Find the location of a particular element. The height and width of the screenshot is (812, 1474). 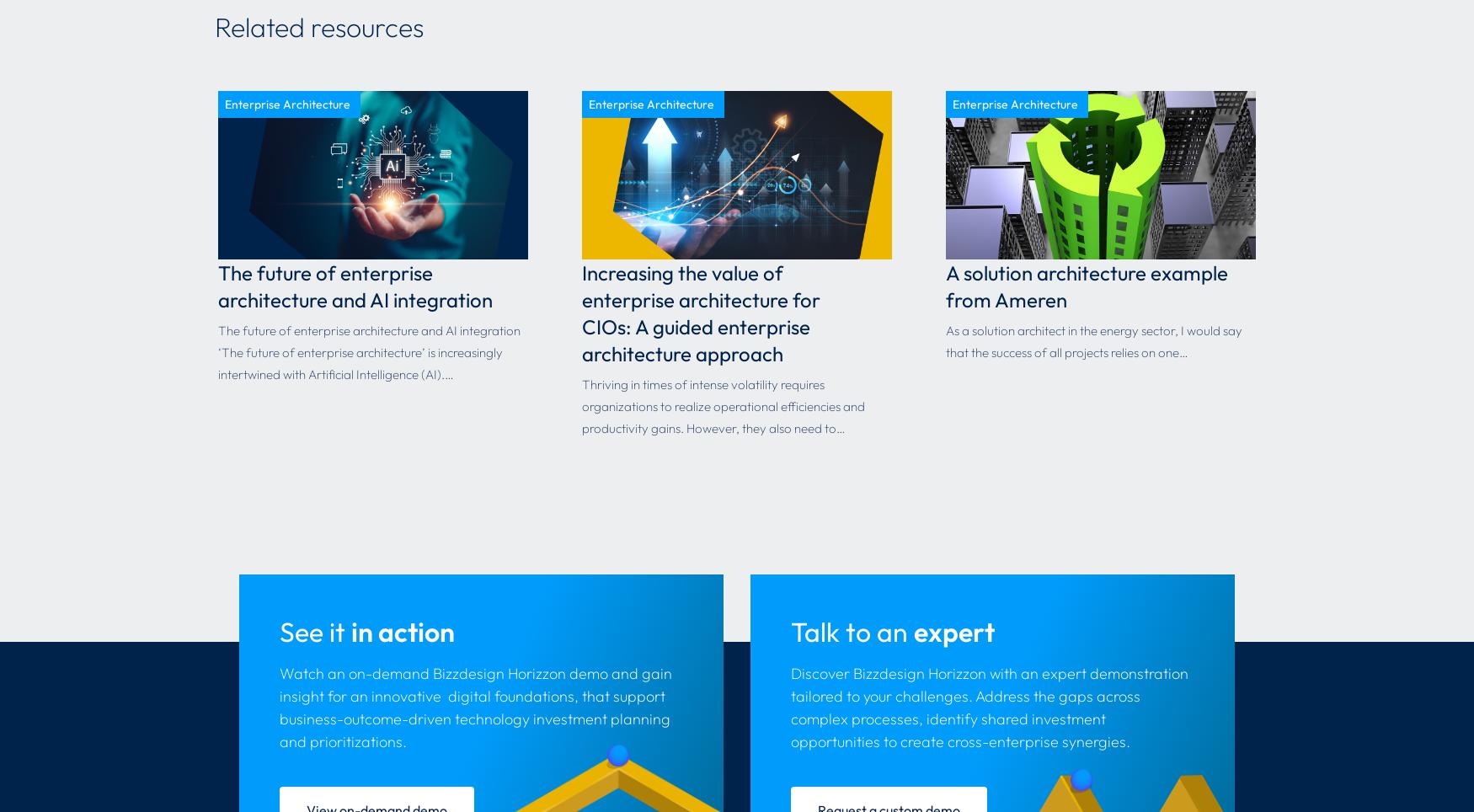

'See it' is located at coordinates (315, 630).